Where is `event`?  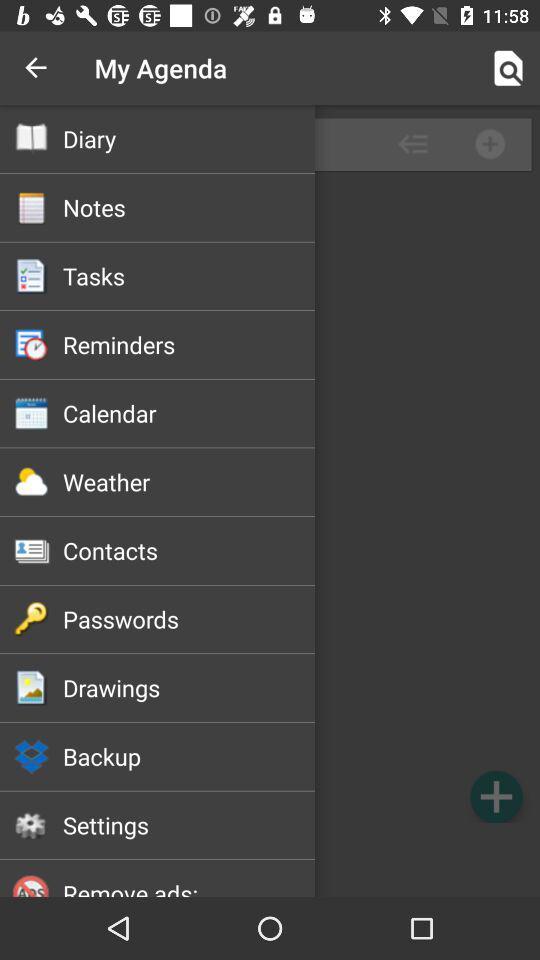 event is located at coordinates (495, 796).